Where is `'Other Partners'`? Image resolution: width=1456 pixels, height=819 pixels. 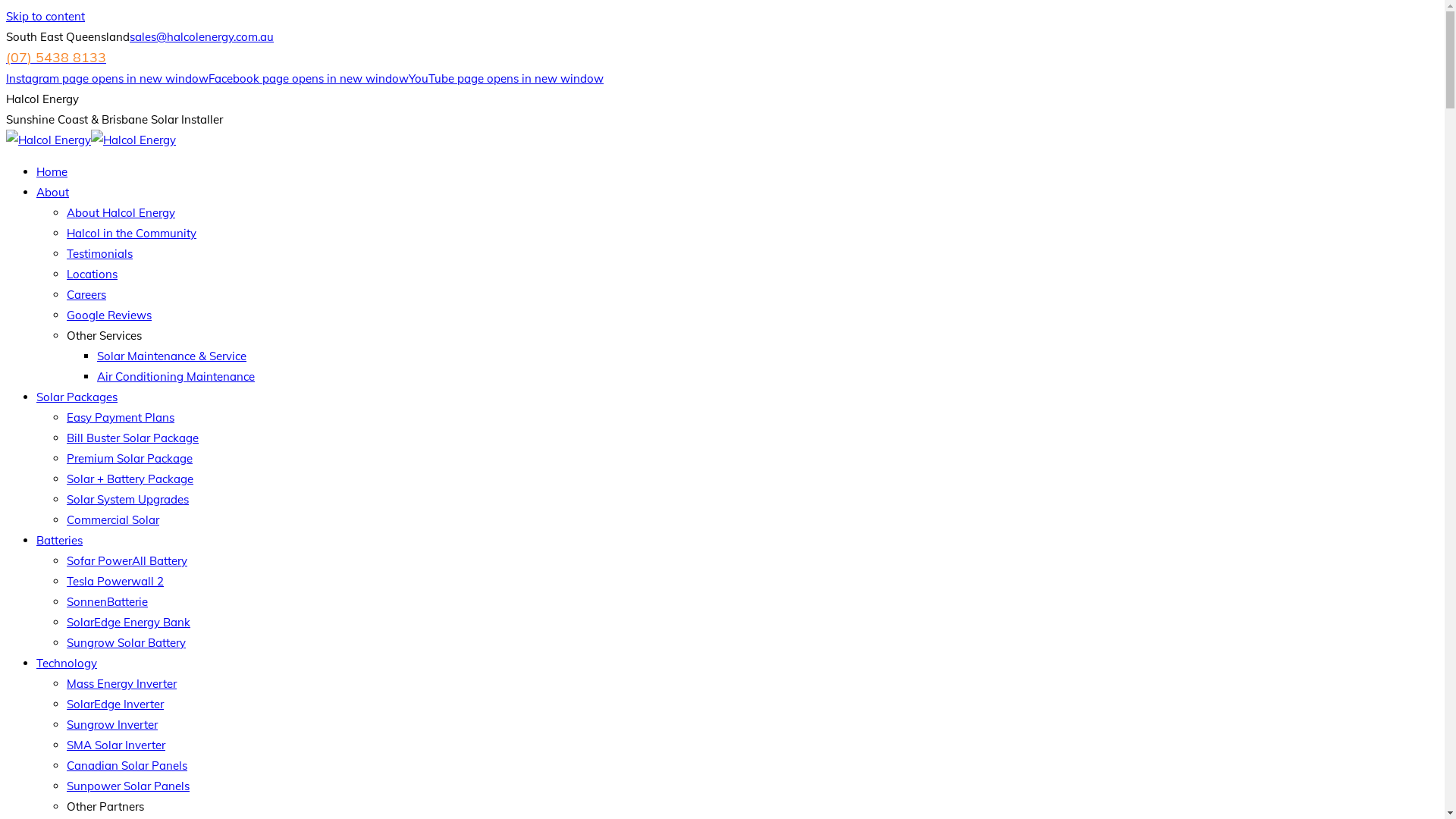
'Other Partners' is located at coordinates (105, 805).